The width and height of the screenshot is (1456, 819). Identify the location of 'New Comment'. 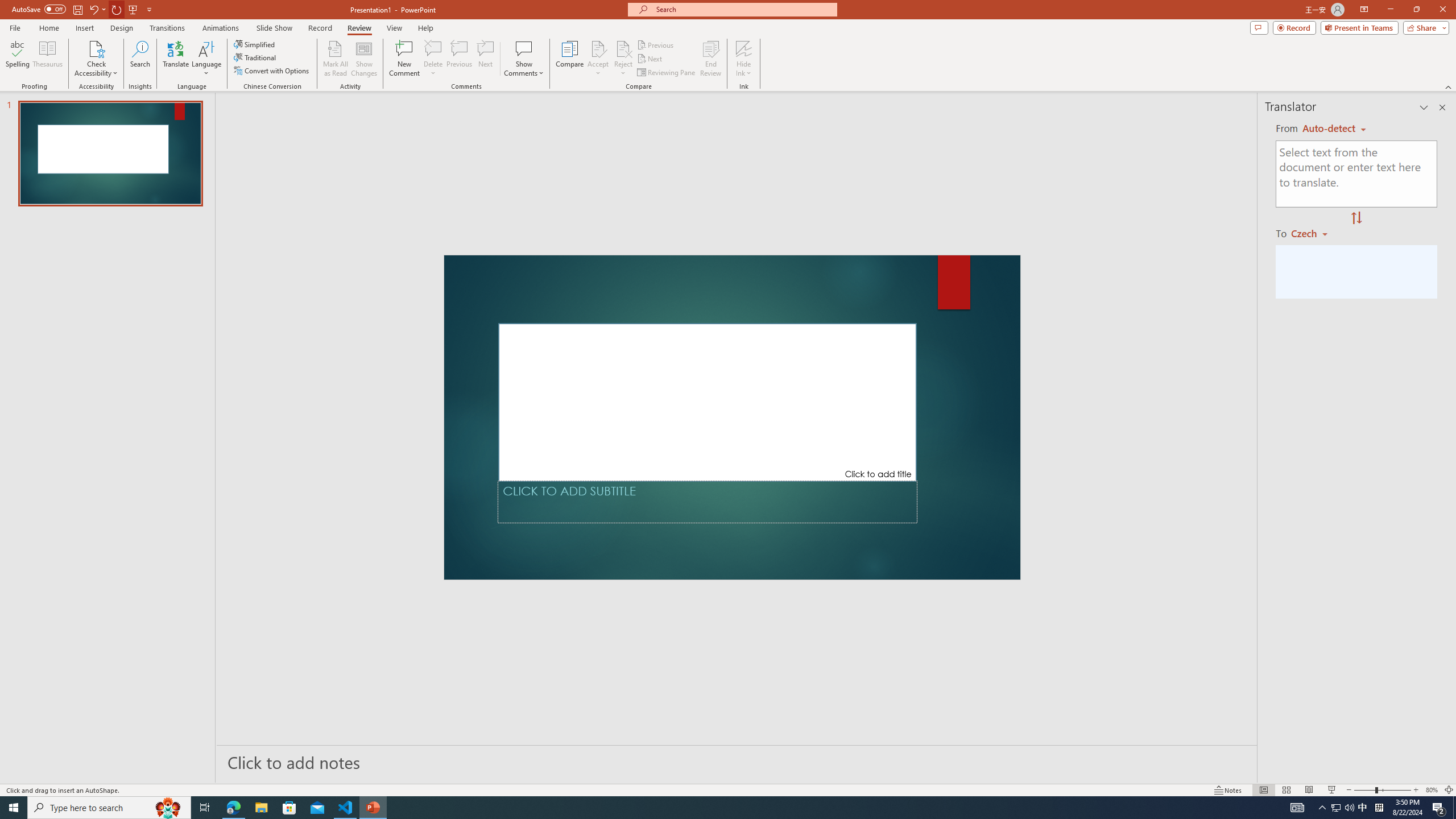
(403, 59).